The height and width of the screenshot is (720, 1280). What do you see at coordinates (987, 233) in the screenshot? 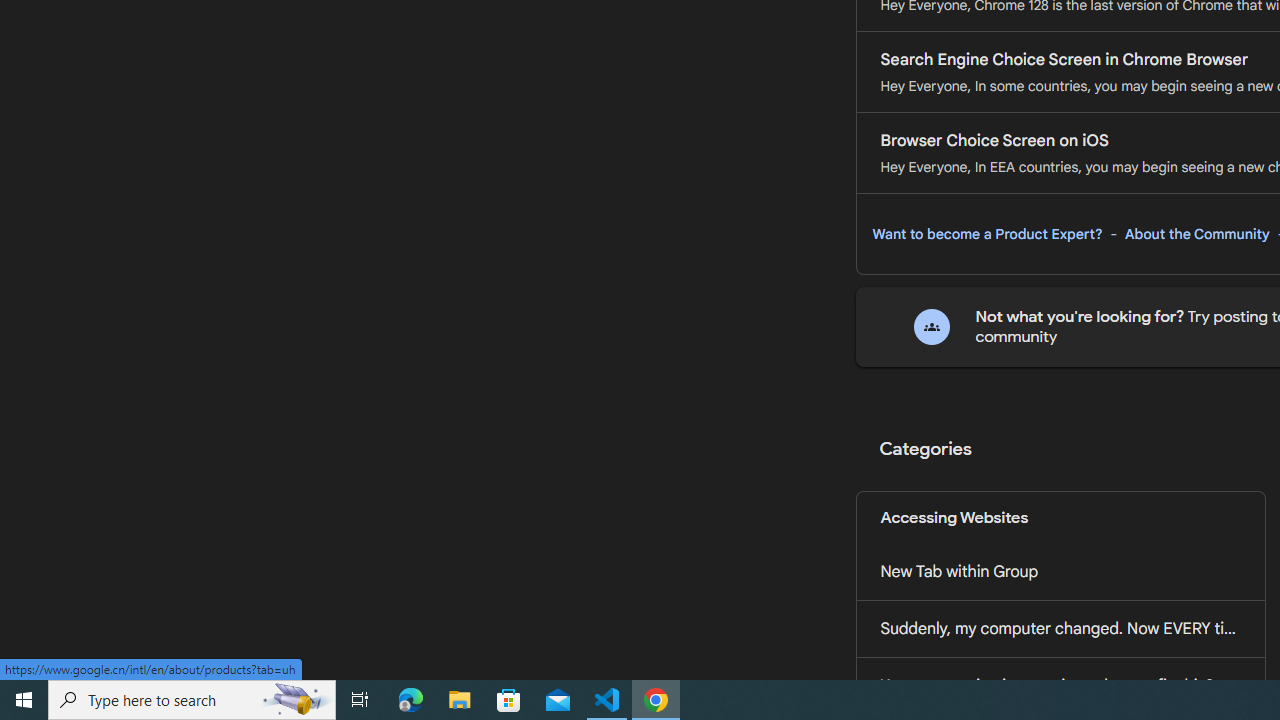
I see `'Want to become a Product Expert?'` at bounding box center [987, 233].